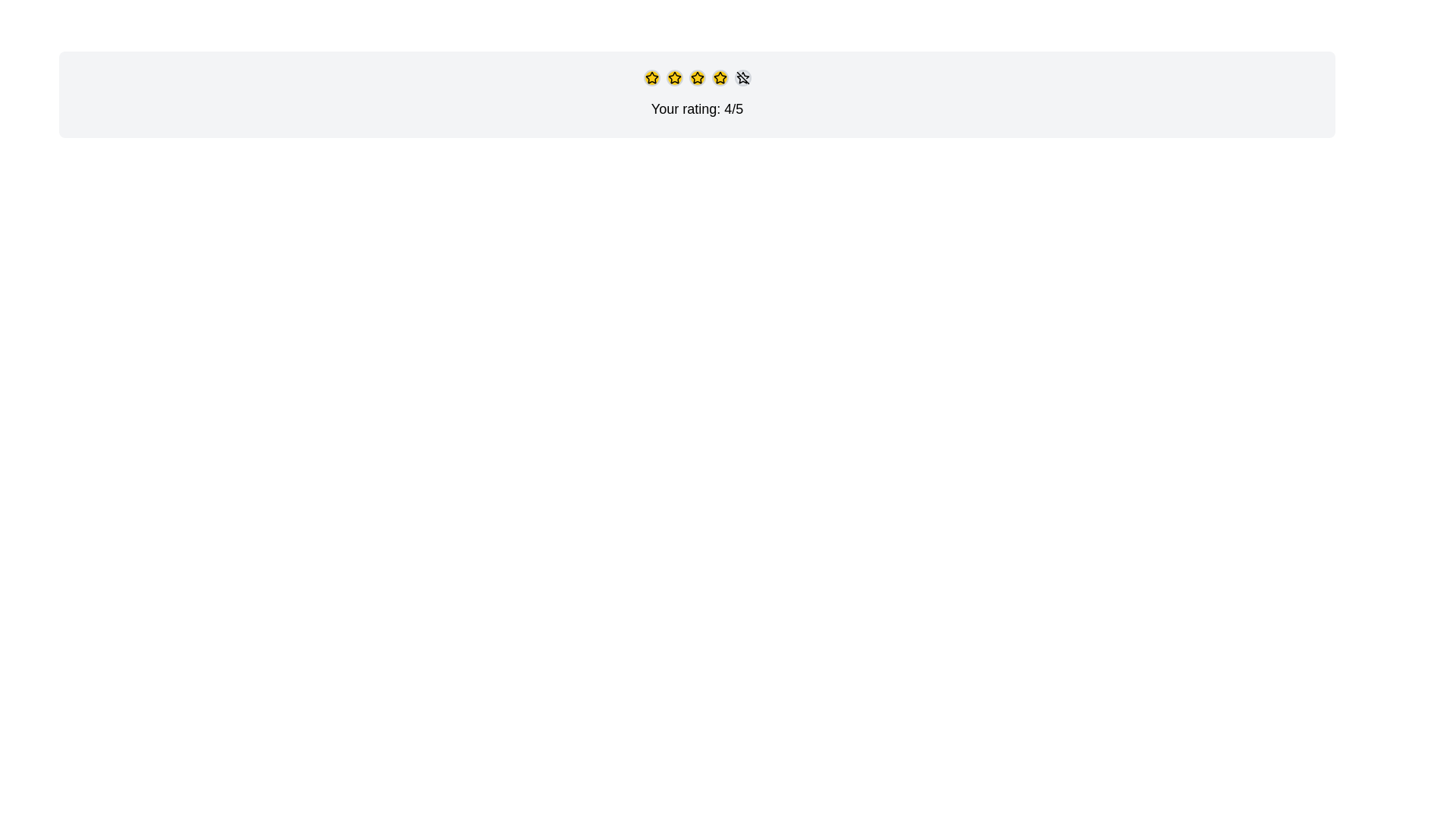  What do you see at coordinates (651, 78) in the screenshot?
I see `the star-shaped button with a yellow background located at the top center of the interface` at bounding box center [651, 78].